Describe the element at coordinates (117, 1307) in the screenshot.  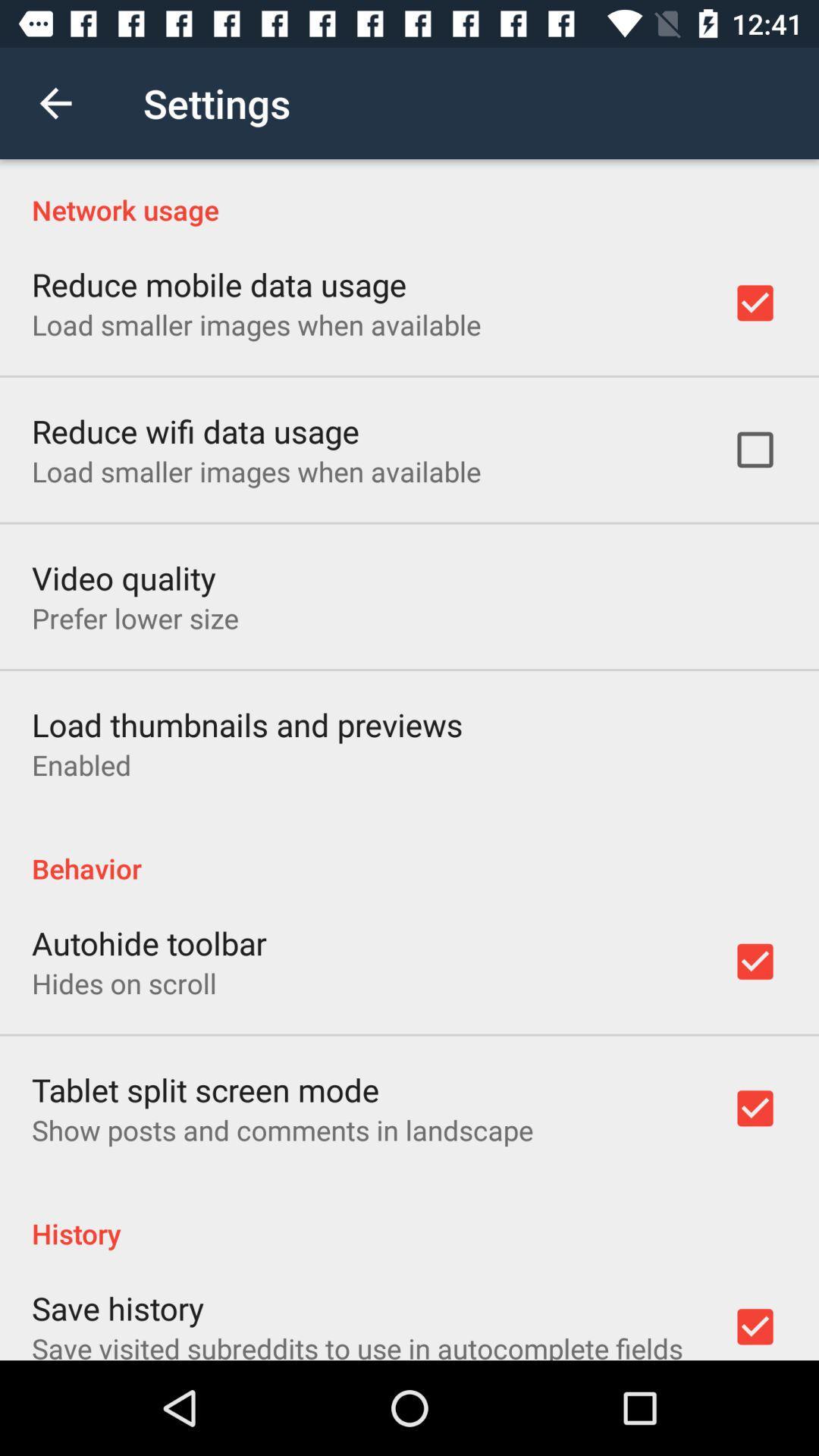
I see `item above save visited subreddits item` at that location.